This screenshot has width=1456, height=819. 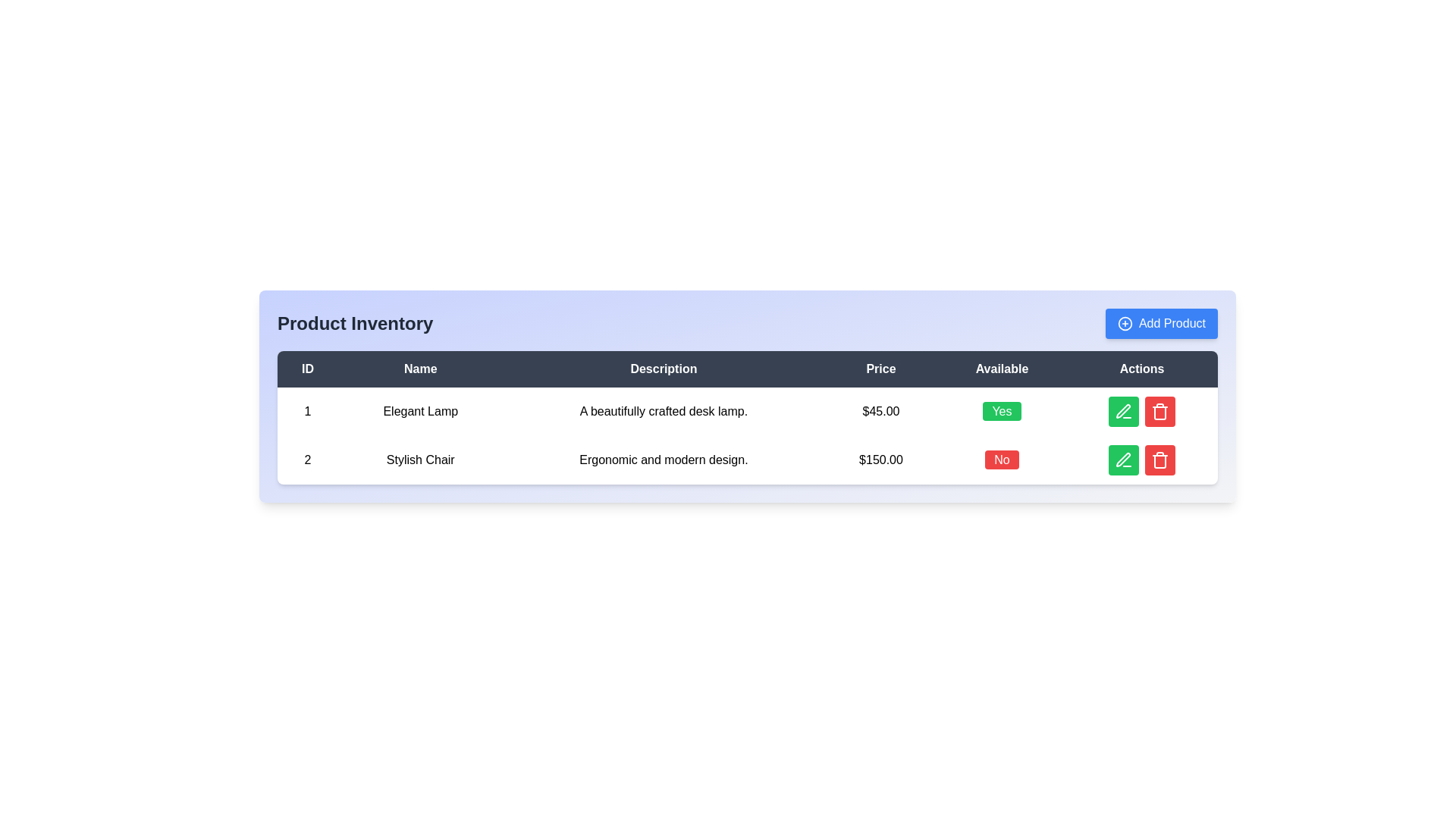 I want to click on the vibrant circular icon located in the top-right corner of the interface, adjacent to the 'Add Product' button, so click(x=1125, y=323).